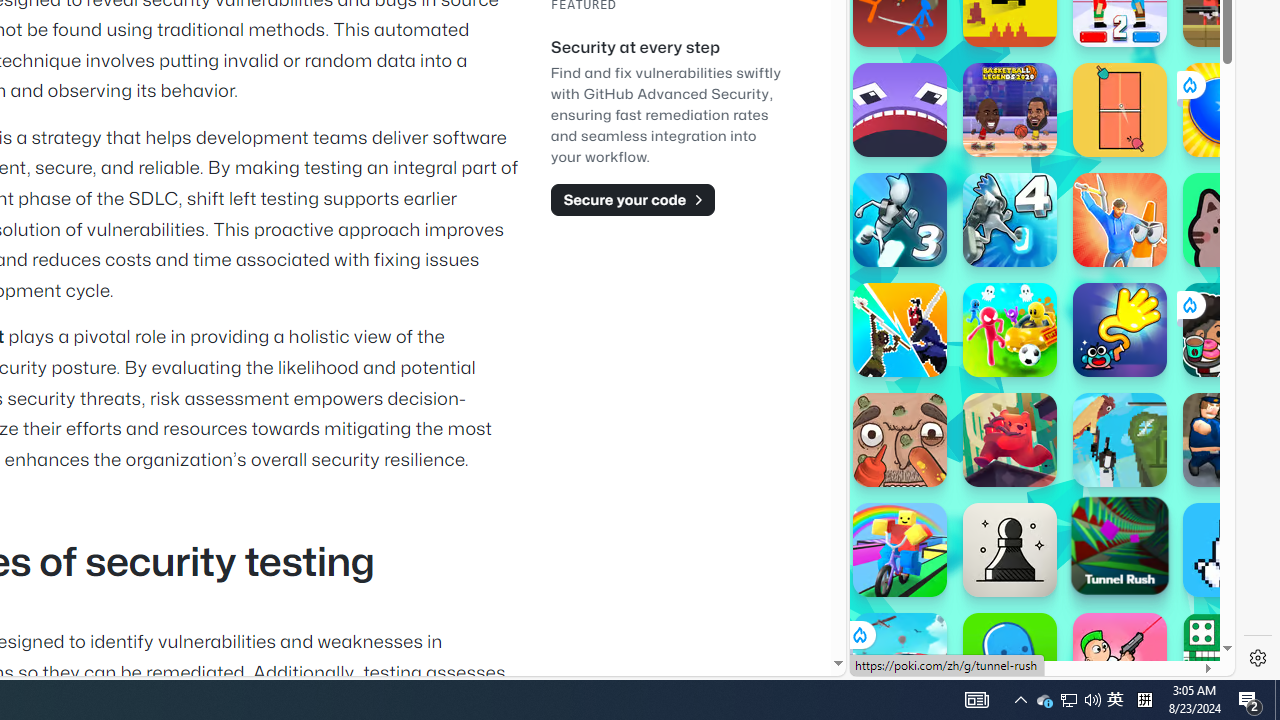  I want to click on 'Goober World', so click(1009, 659).